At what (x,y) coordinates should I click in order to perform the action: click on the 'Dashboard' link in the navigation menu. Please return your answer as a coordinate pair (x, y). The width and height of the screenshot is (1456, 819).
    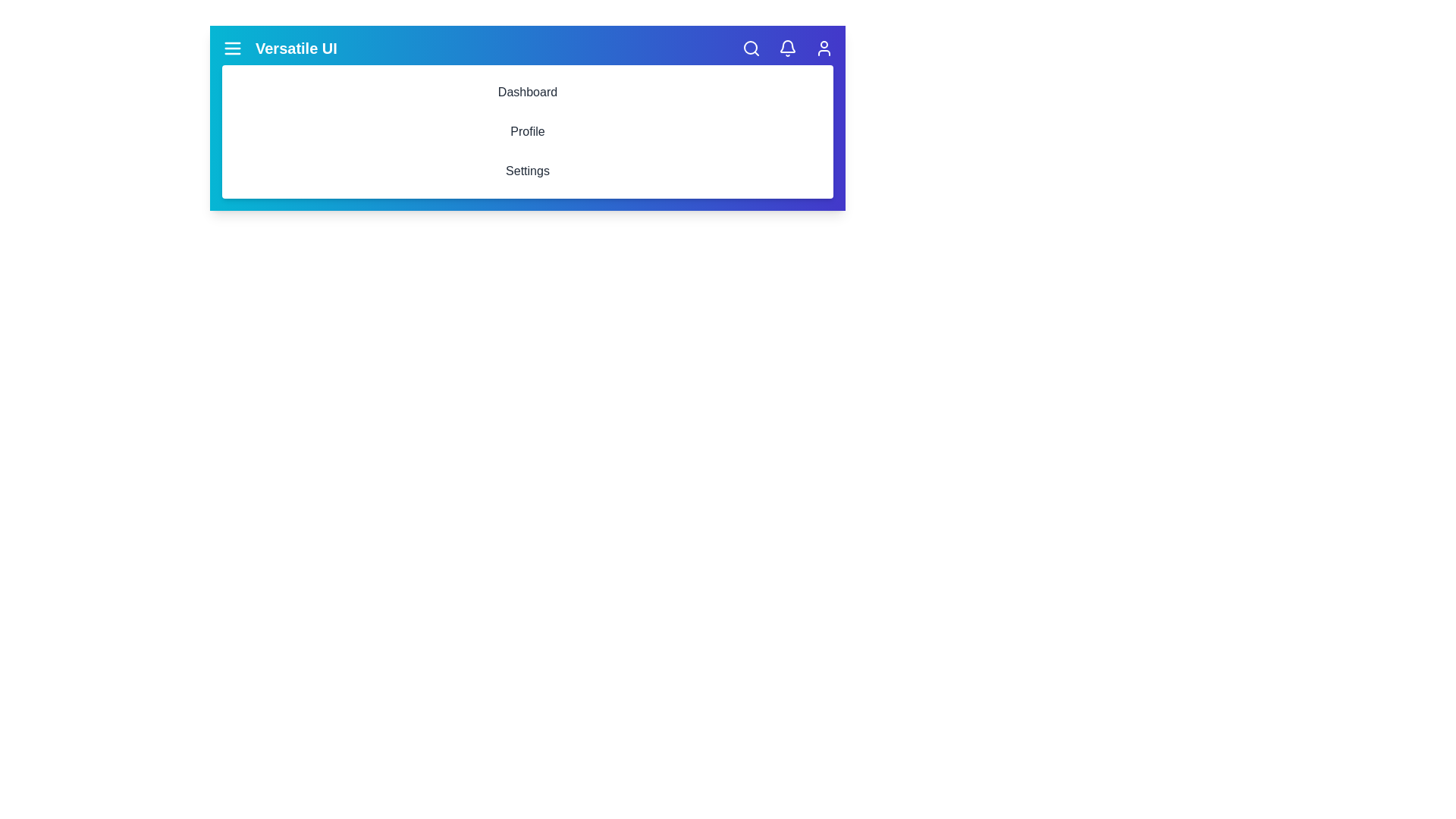
    Looking at the image, I should click on (528, 93).